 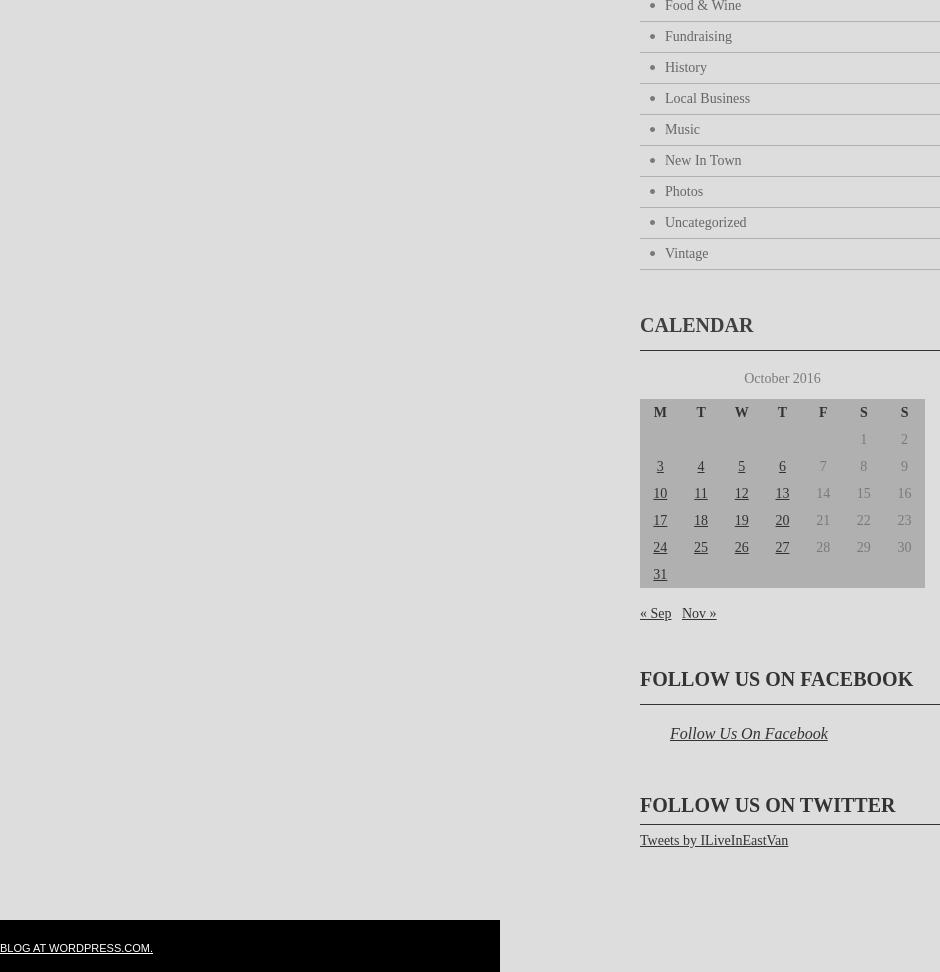 What do you see at coordinates (780, 547) in the screenshot?
I see `'27'` at bounding box center [780, 547].